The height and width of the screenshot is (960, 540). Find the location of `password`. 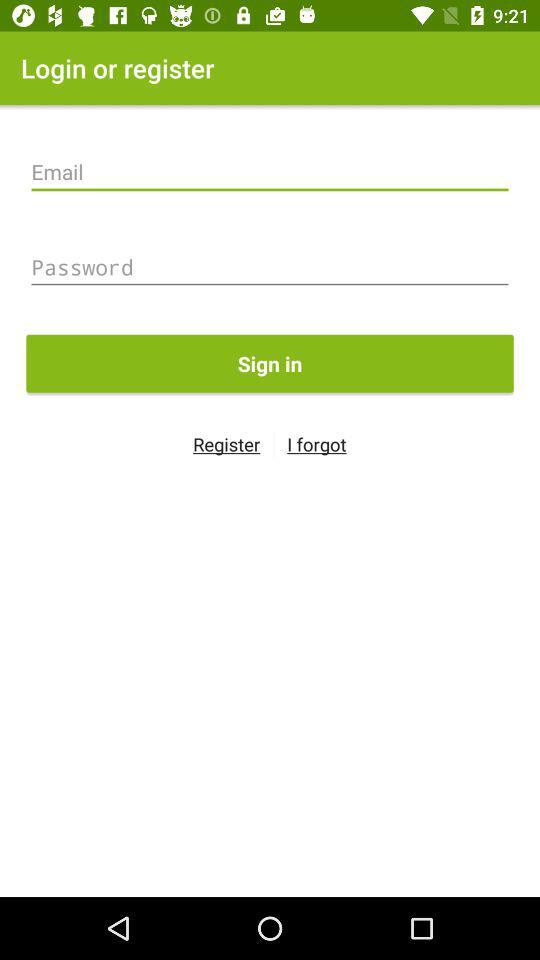

password is located at coordinates (270, 266).